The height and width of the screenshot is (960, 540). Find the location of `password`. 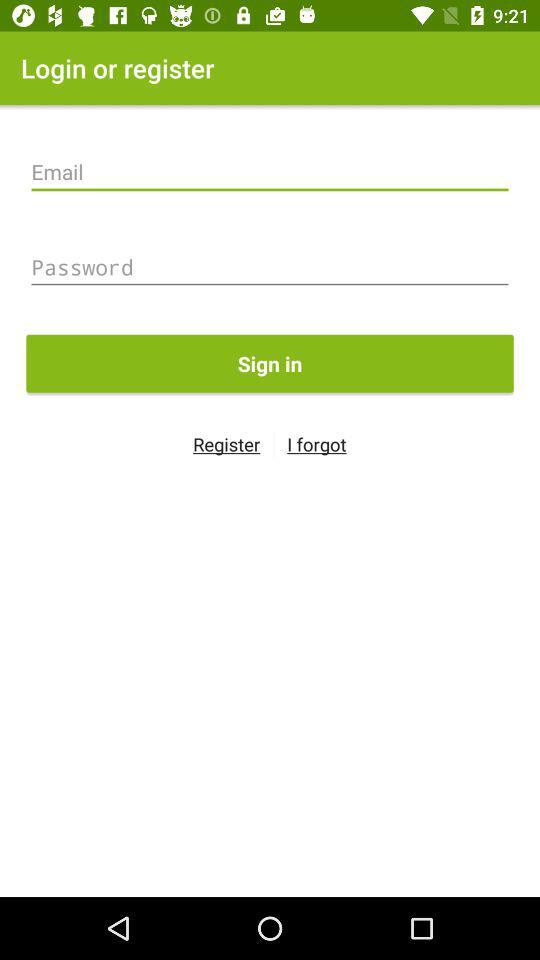

password is located at coordinates (270, 266).